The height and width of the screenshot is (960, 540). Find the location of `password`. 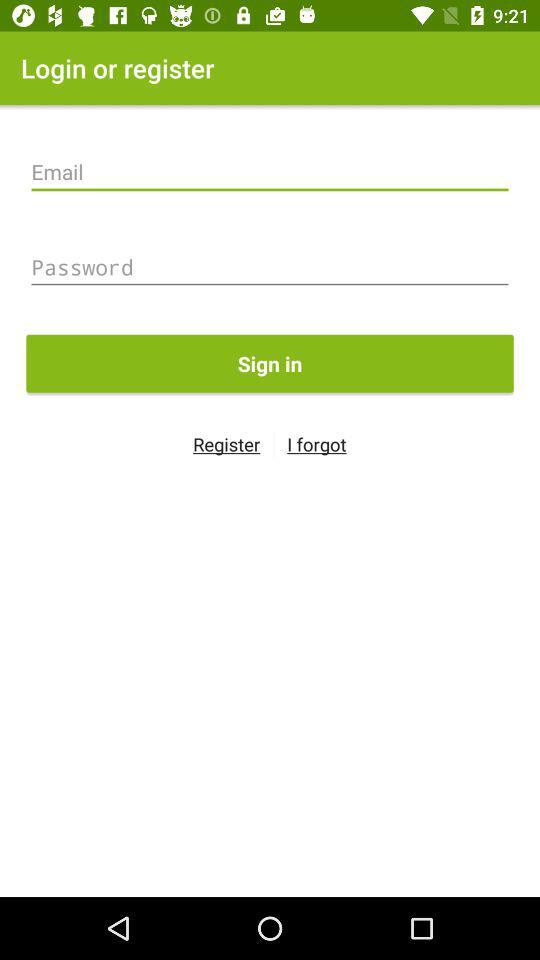

password is located at coordinates (270, 266).